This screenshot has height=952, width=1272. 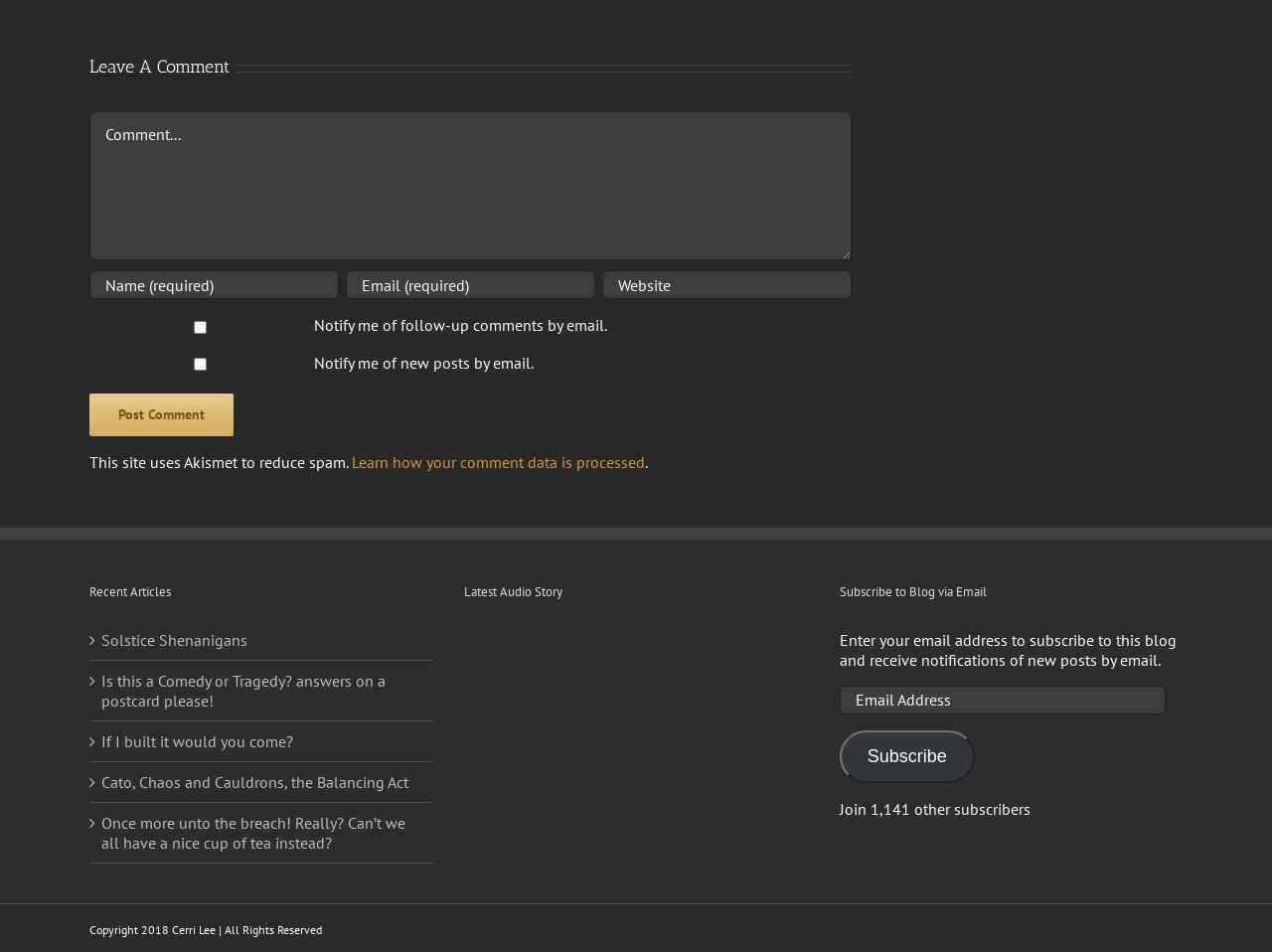 What do you see at coordinates (839, 806) in the screenshot?
I see `'Join 1,141 other subscribers'` at bounding box center [839, 806].